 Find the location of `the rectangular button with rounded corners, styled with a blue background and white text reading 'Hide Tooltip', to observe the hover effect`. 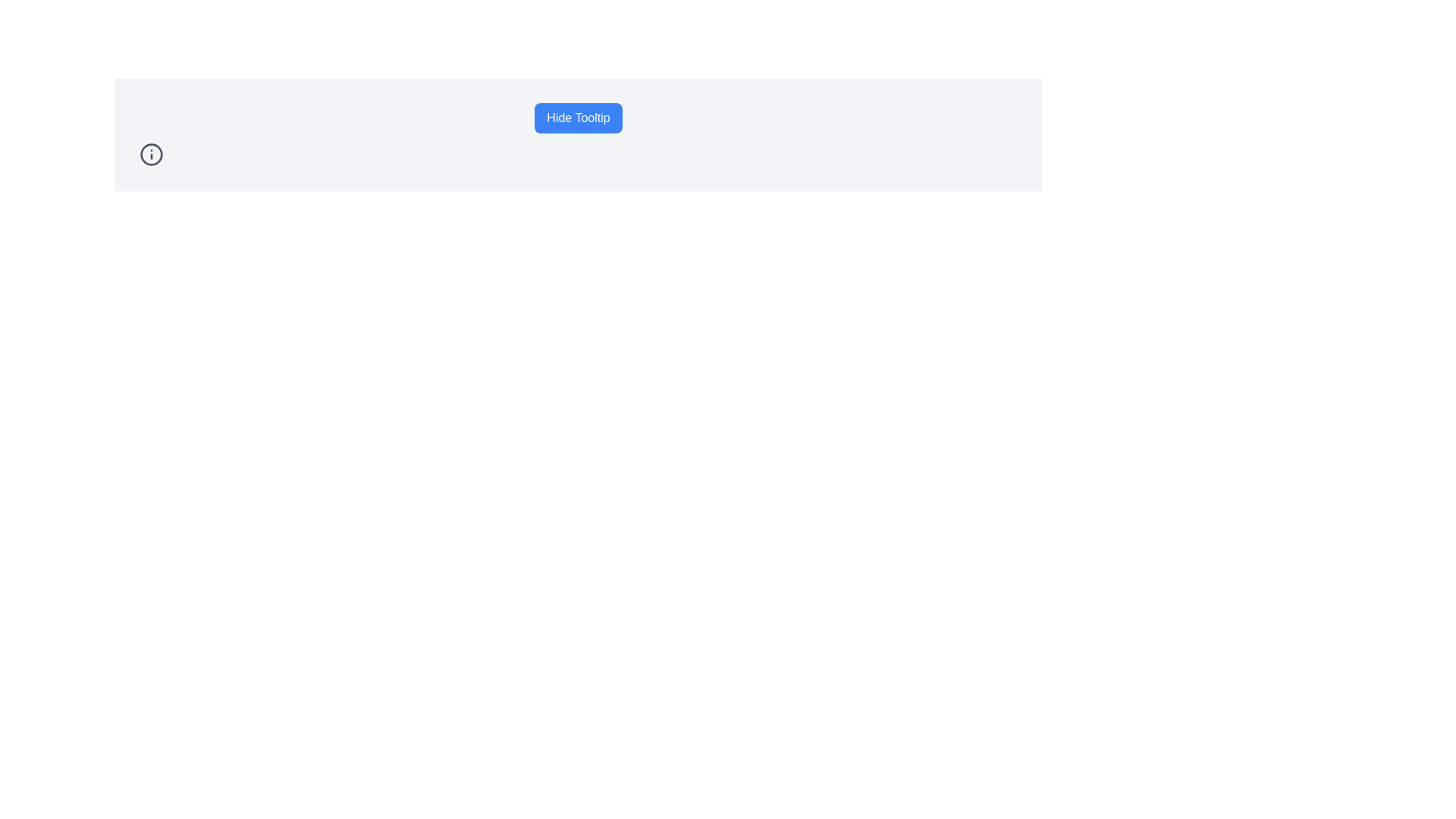

the rectangular button with rounded corners, styled with a blue background and white text reading 'Hide Tooltip', to observe the hover effect is located at coordinates (578, 117).